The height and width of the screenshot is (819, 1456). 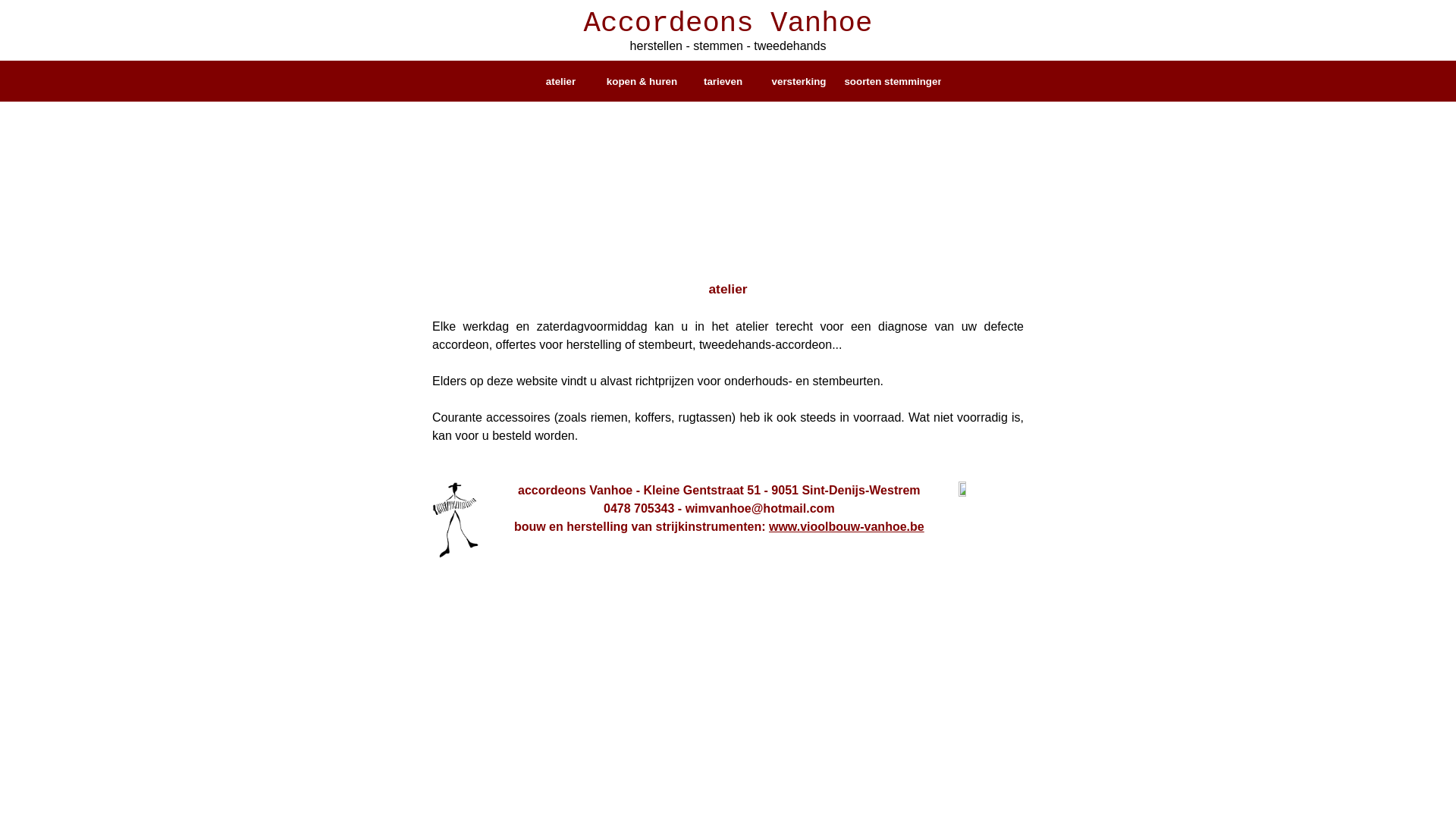 What do you see at coordinates (846, 526) in the screenshot?
I see `'www.vioolbouw-vanhoe.be'` at bounding box center [846, 526].